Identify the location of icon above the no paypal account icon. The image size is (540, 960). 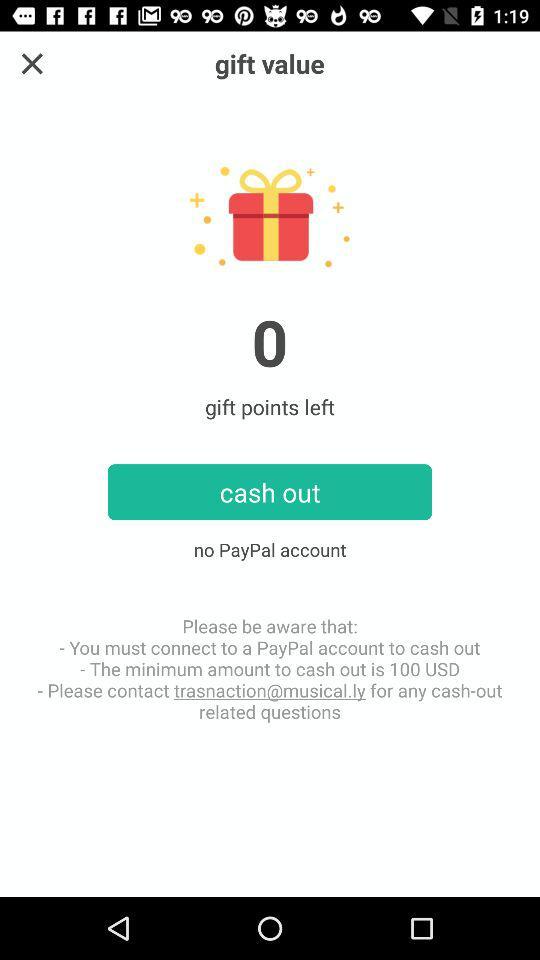
(31, 63).